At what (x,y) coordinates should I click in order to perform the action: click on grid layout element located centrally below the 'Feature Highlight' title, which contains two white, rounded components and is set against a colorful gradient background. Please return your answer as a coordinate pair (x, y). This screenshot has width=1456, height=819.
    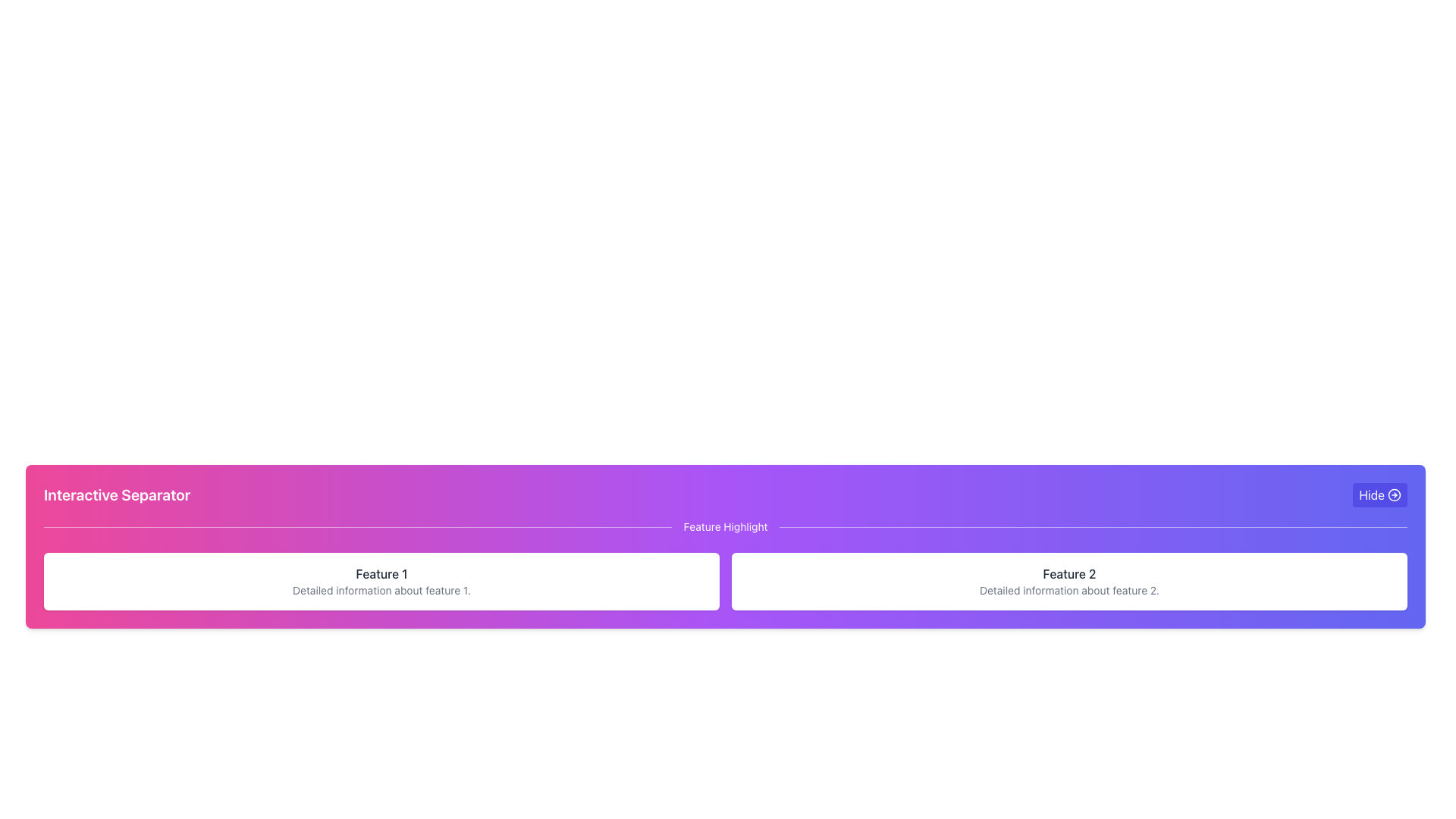
    Looking at the image, I should click on (724, 581).